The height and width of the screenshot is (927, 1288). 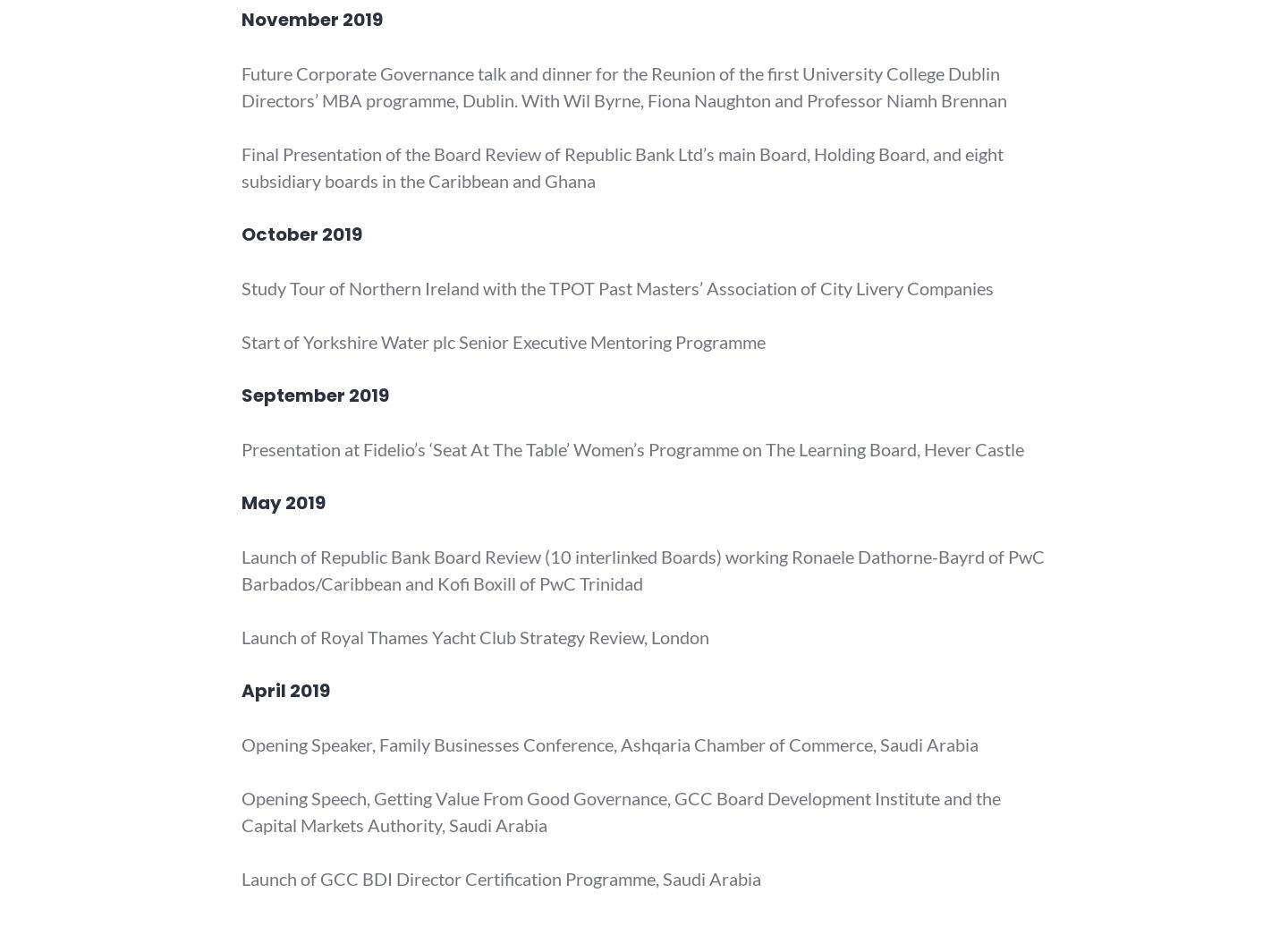 I want to click on 'Study Tour of Northern Ireland with the TPOT Past Masters’ Association of City Livery Companies', so click(x=617, y=287).